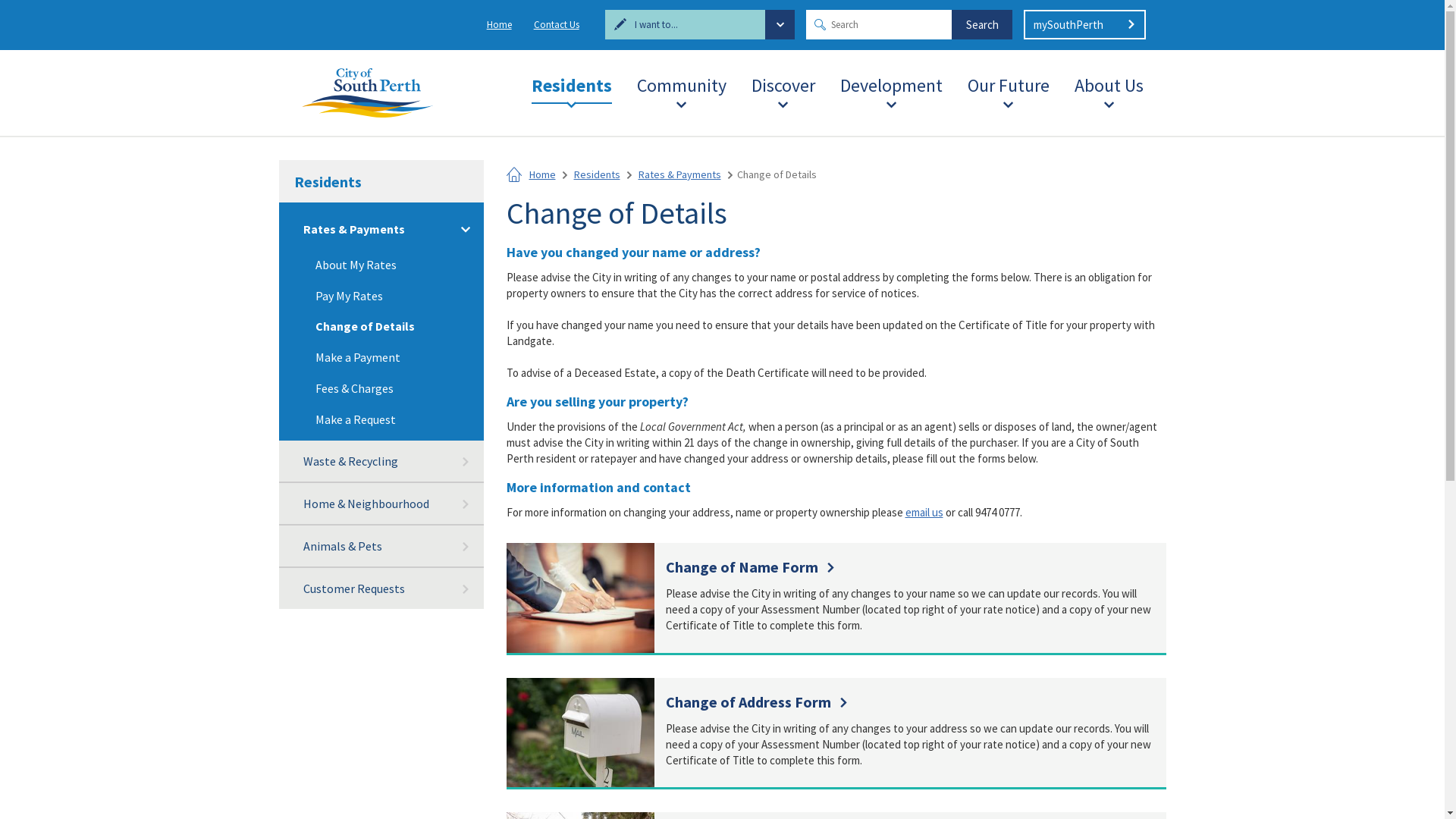  I want to click on 'Make a Payment', so click(381, 356).